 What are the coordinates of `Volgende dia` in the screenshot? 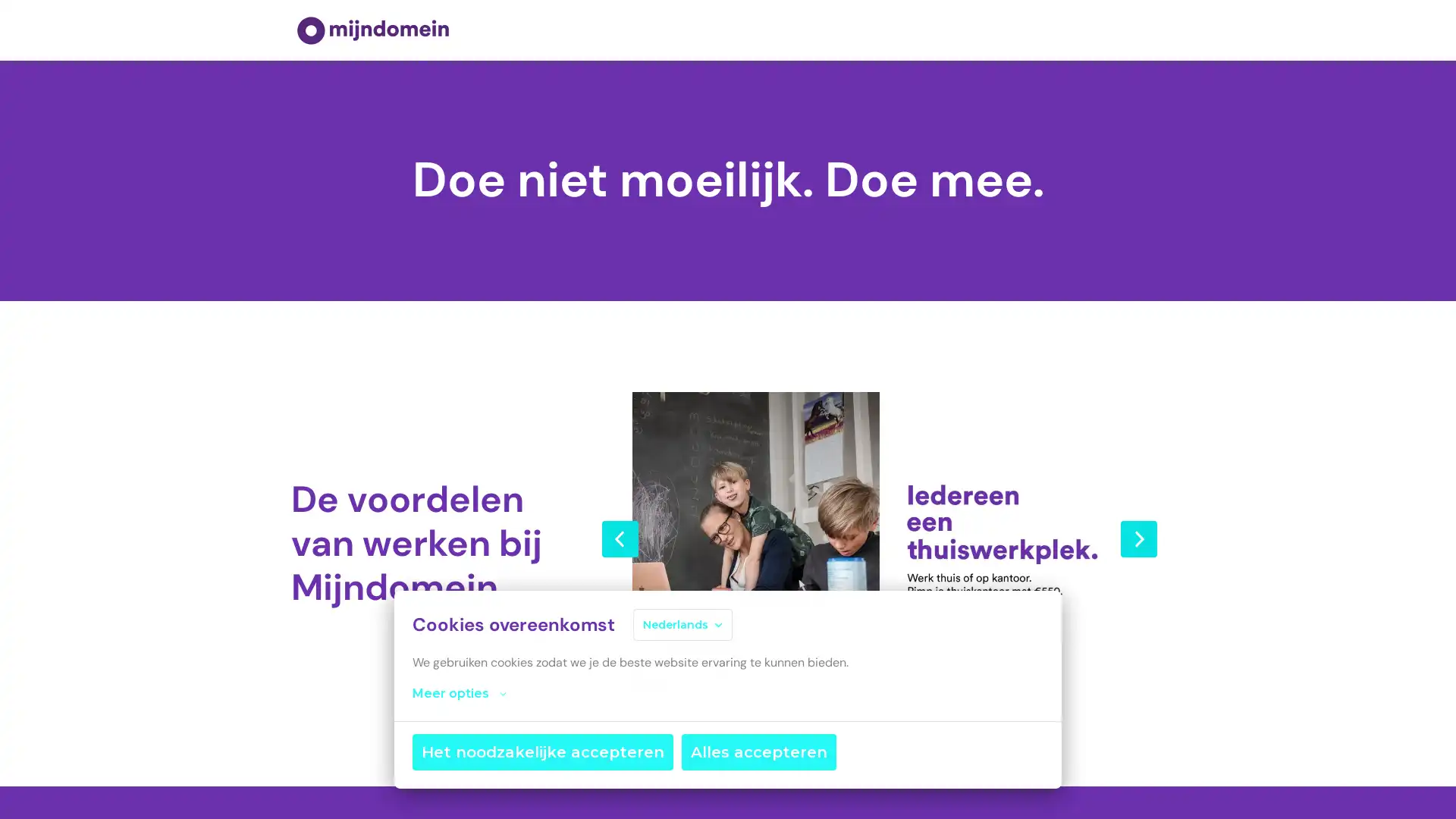 It's located at (1139, 537).